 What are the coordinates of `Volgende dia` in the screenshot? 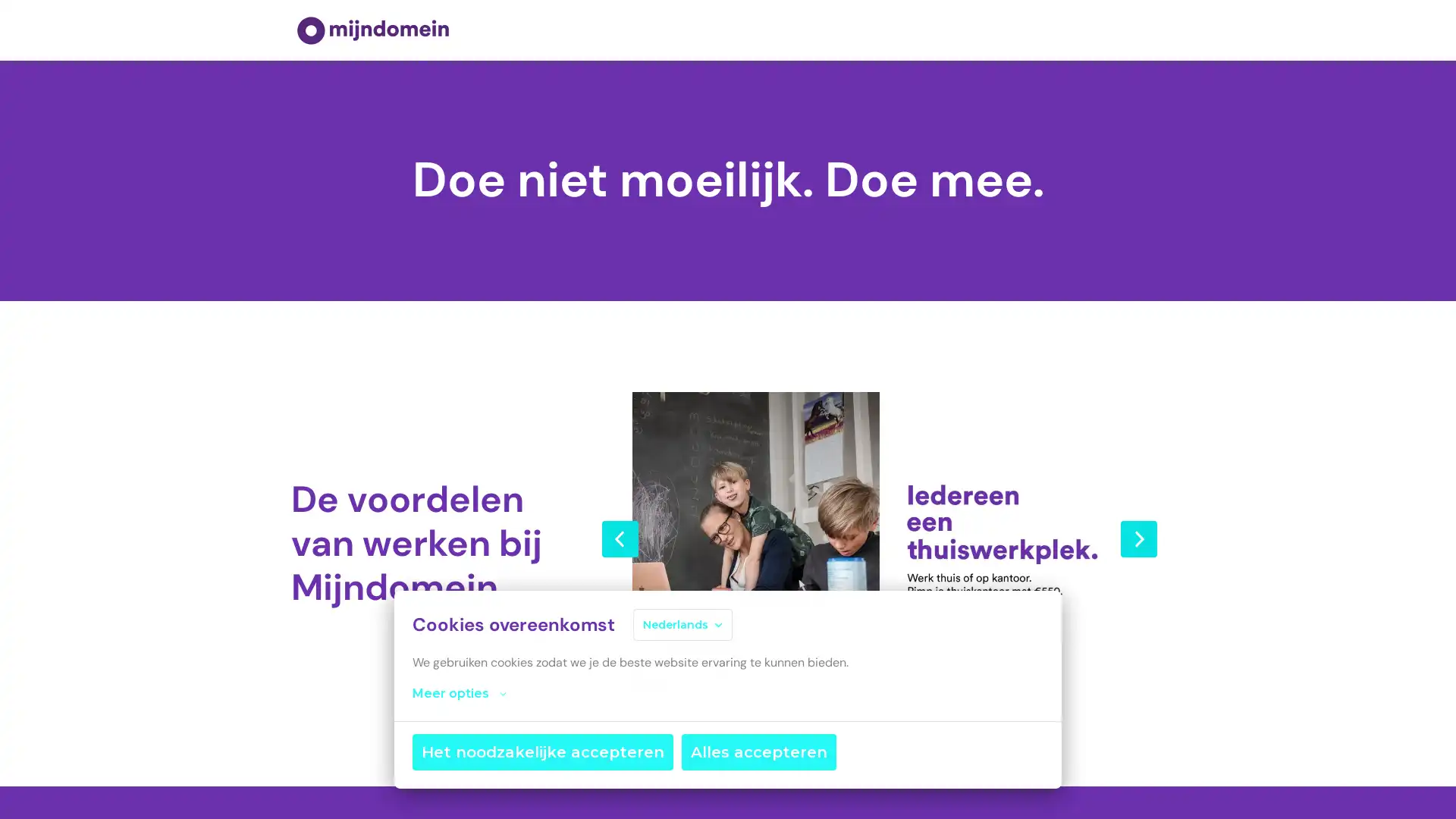 It's located at (1139, 537).